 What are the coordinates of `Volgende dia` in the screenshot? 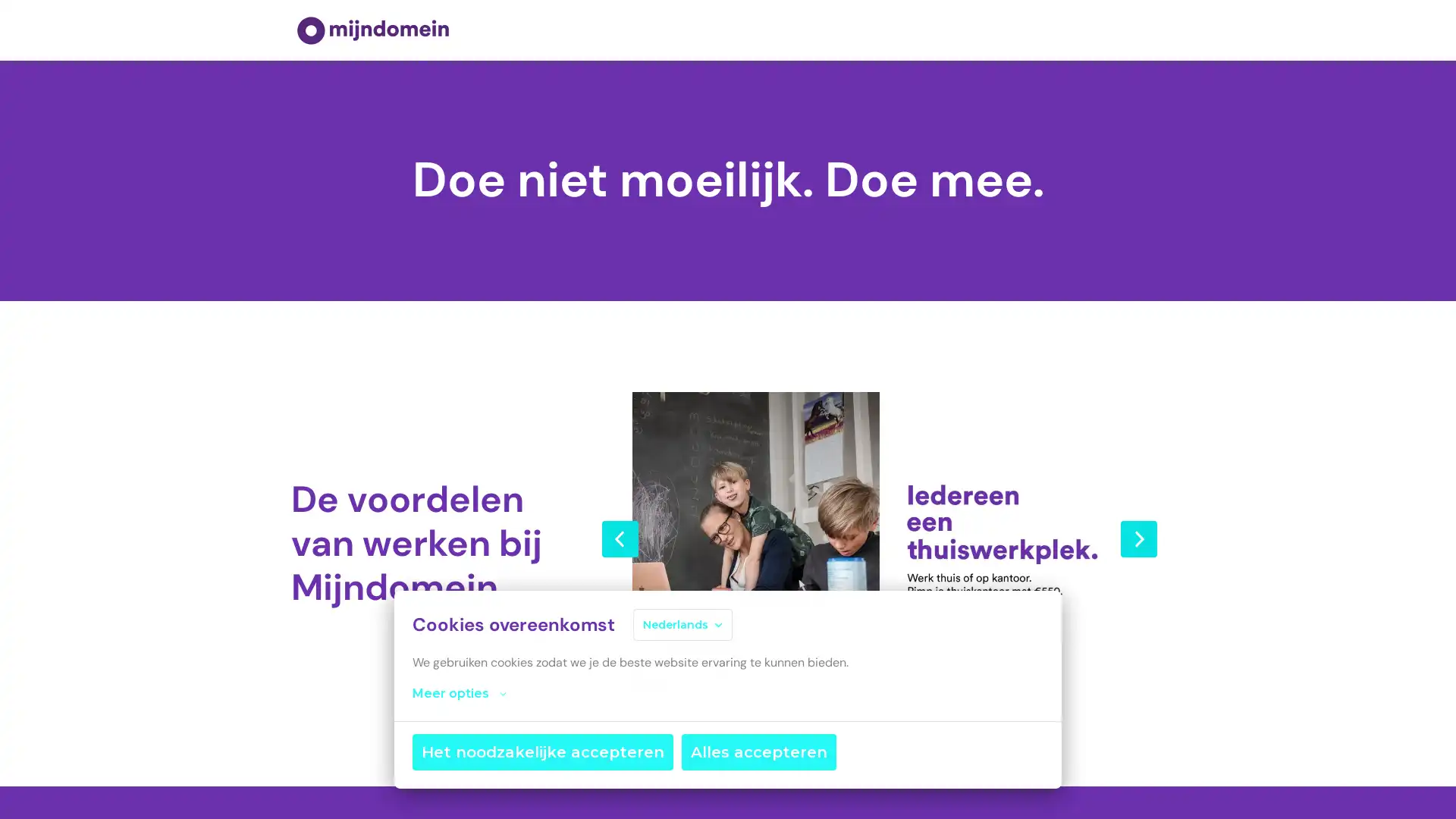 It's located at (1139, 537).